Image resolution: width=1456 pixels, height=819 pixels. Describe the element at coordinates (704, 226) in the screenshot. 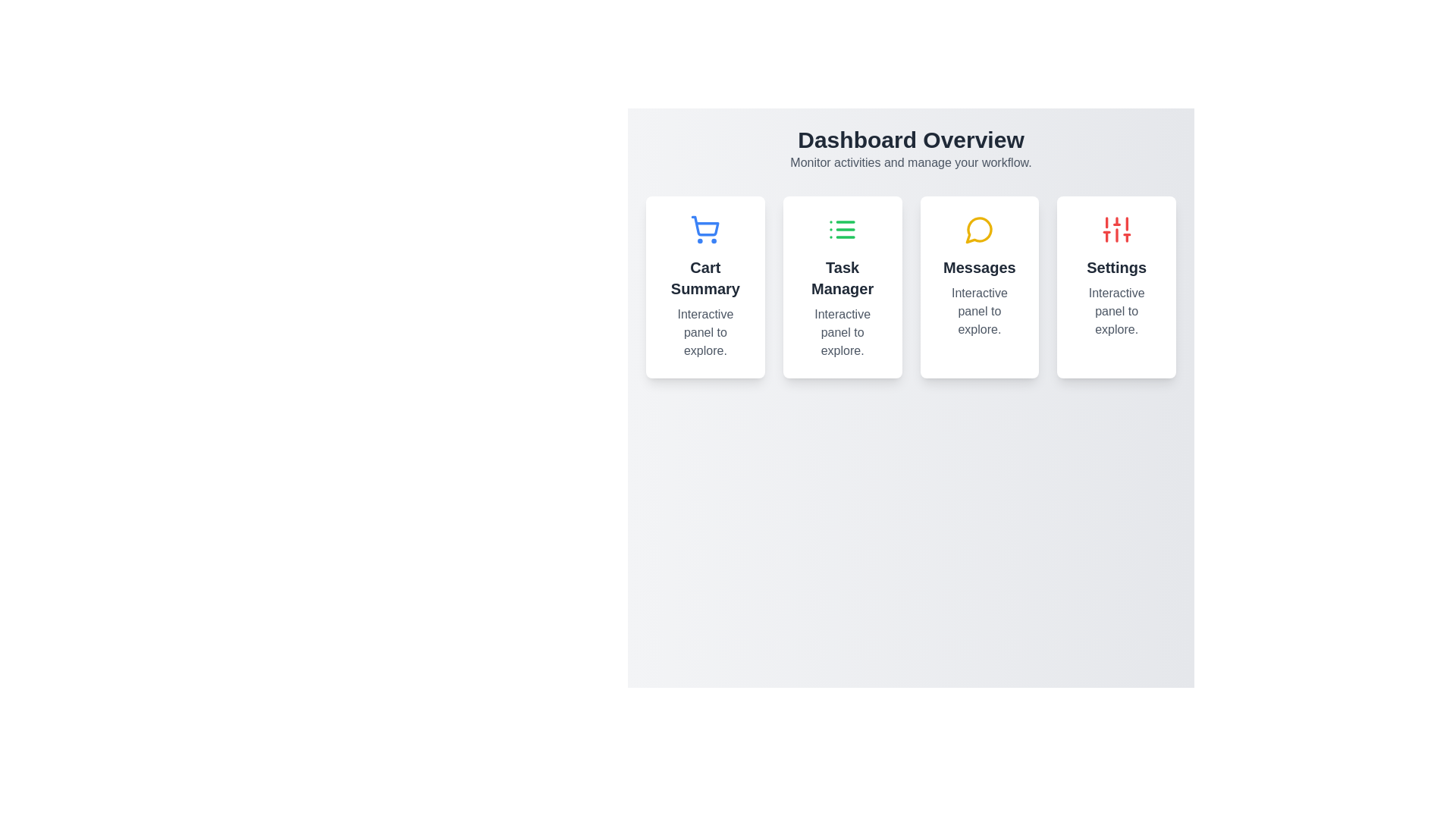

I see `the shopping cart icon in the 'Cart Summary' card` at that location.